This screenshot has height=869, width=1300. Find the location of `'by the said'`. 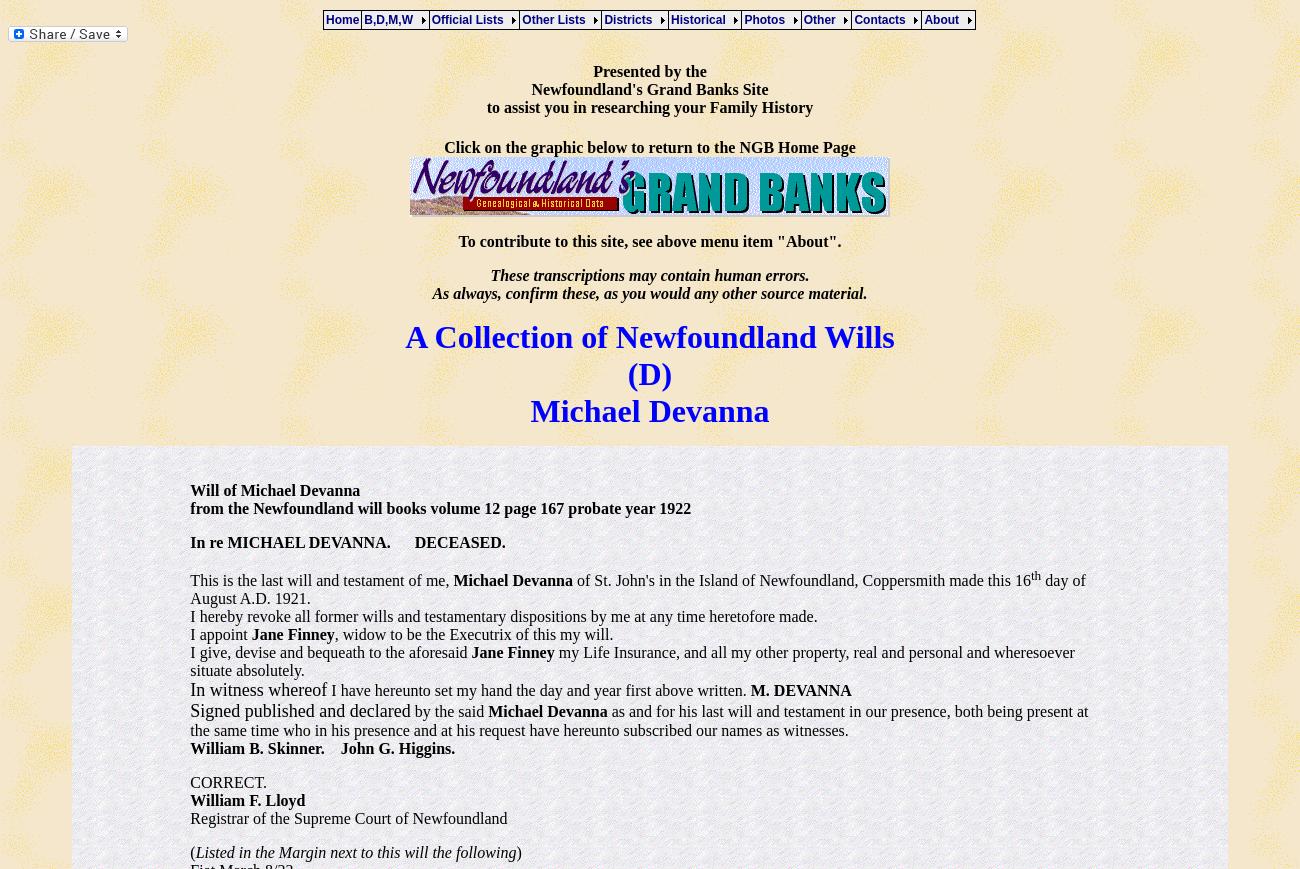

'by the said' is located at coordinates (448, 710).